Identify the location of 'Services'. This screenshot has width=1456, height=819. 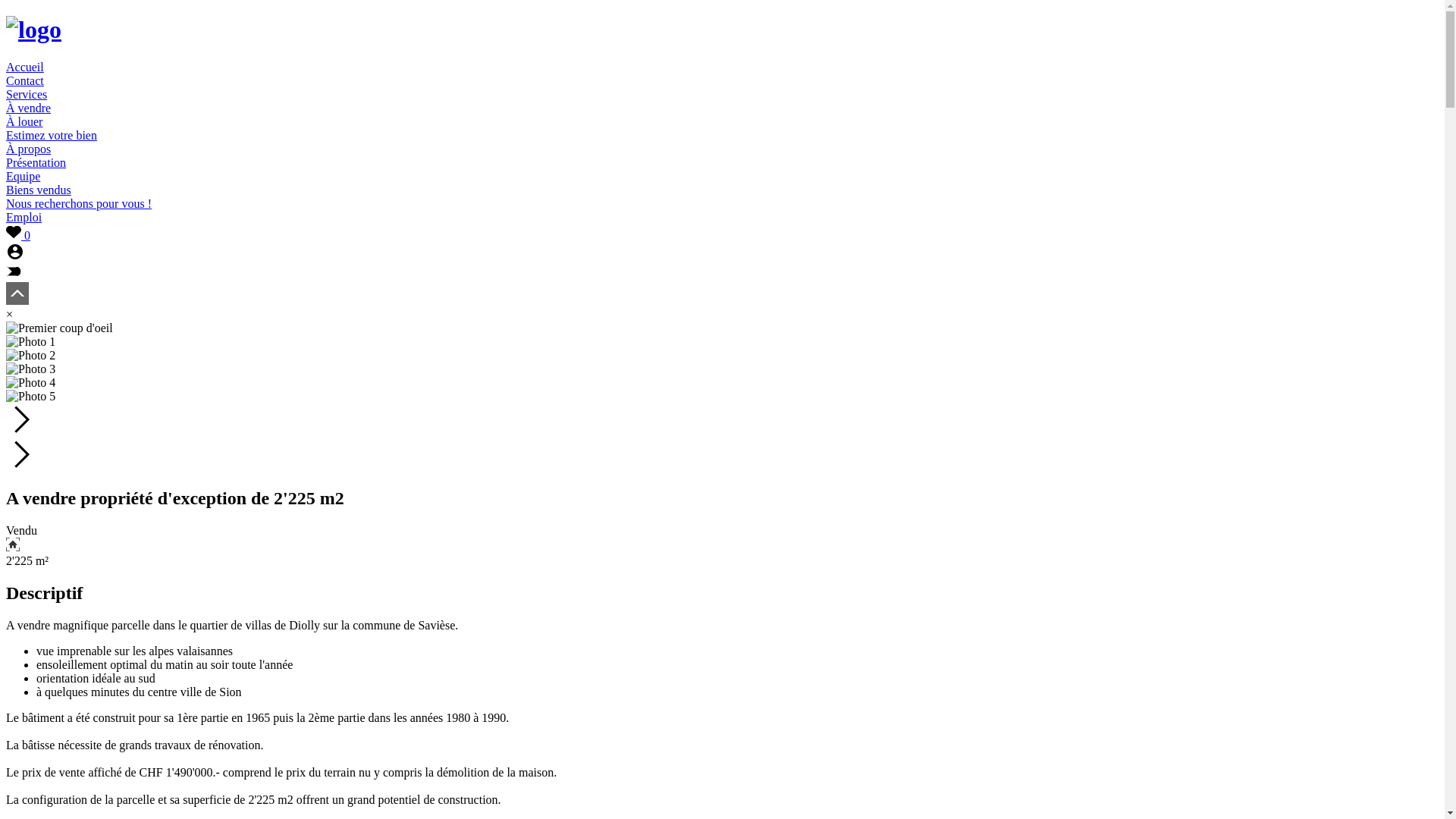
(26, 94).